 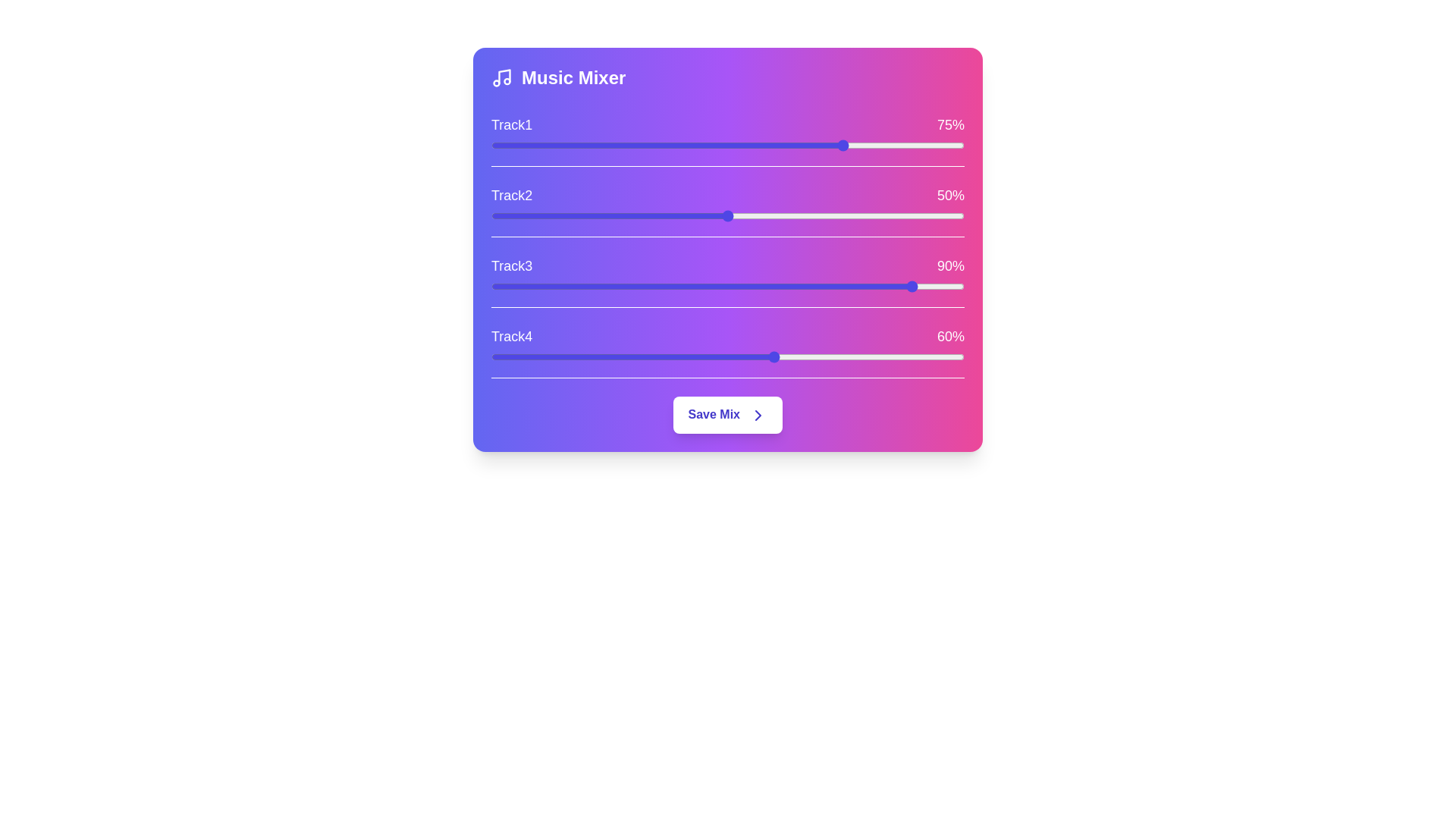 I want to click on the slider for Track1 to set its level to 42, so click(x=689, y=146).